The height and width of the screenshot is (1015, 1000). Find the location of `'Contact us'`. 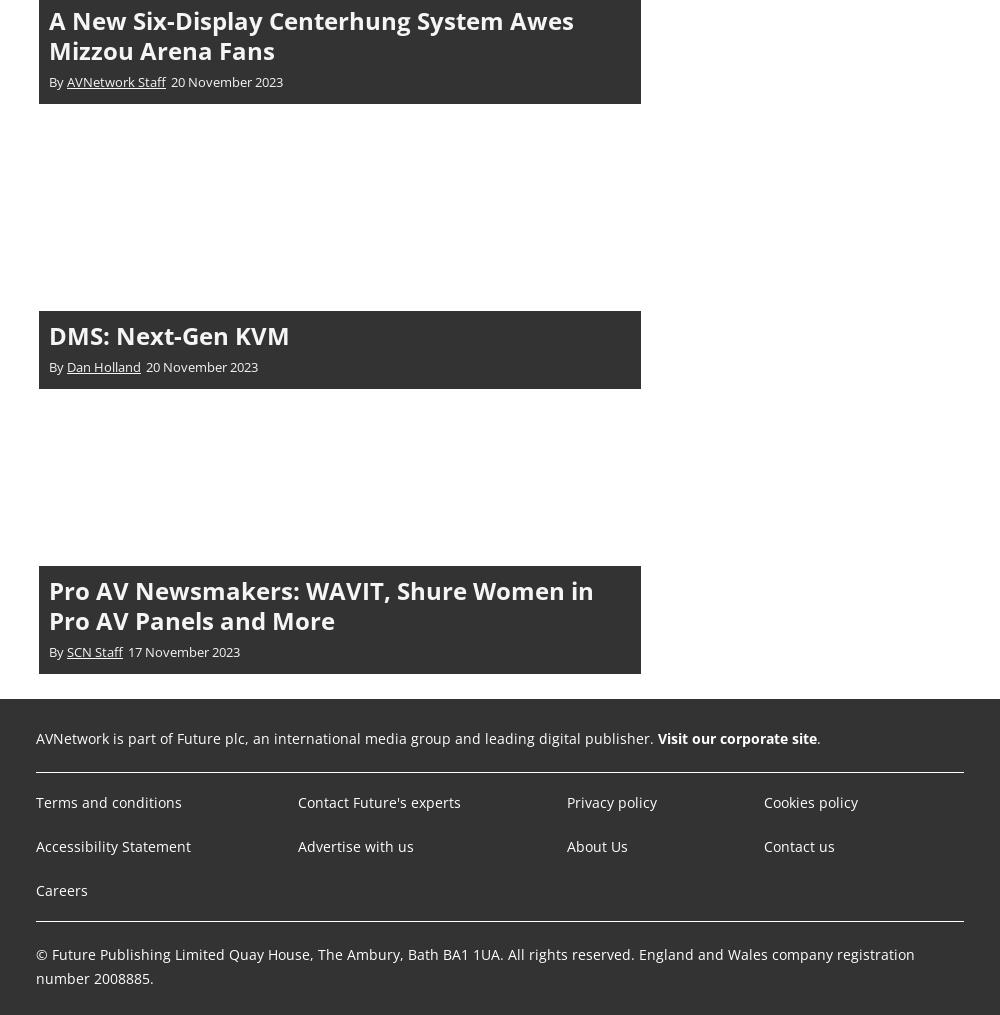

'Contact us' is located at coordinates (763, 845).